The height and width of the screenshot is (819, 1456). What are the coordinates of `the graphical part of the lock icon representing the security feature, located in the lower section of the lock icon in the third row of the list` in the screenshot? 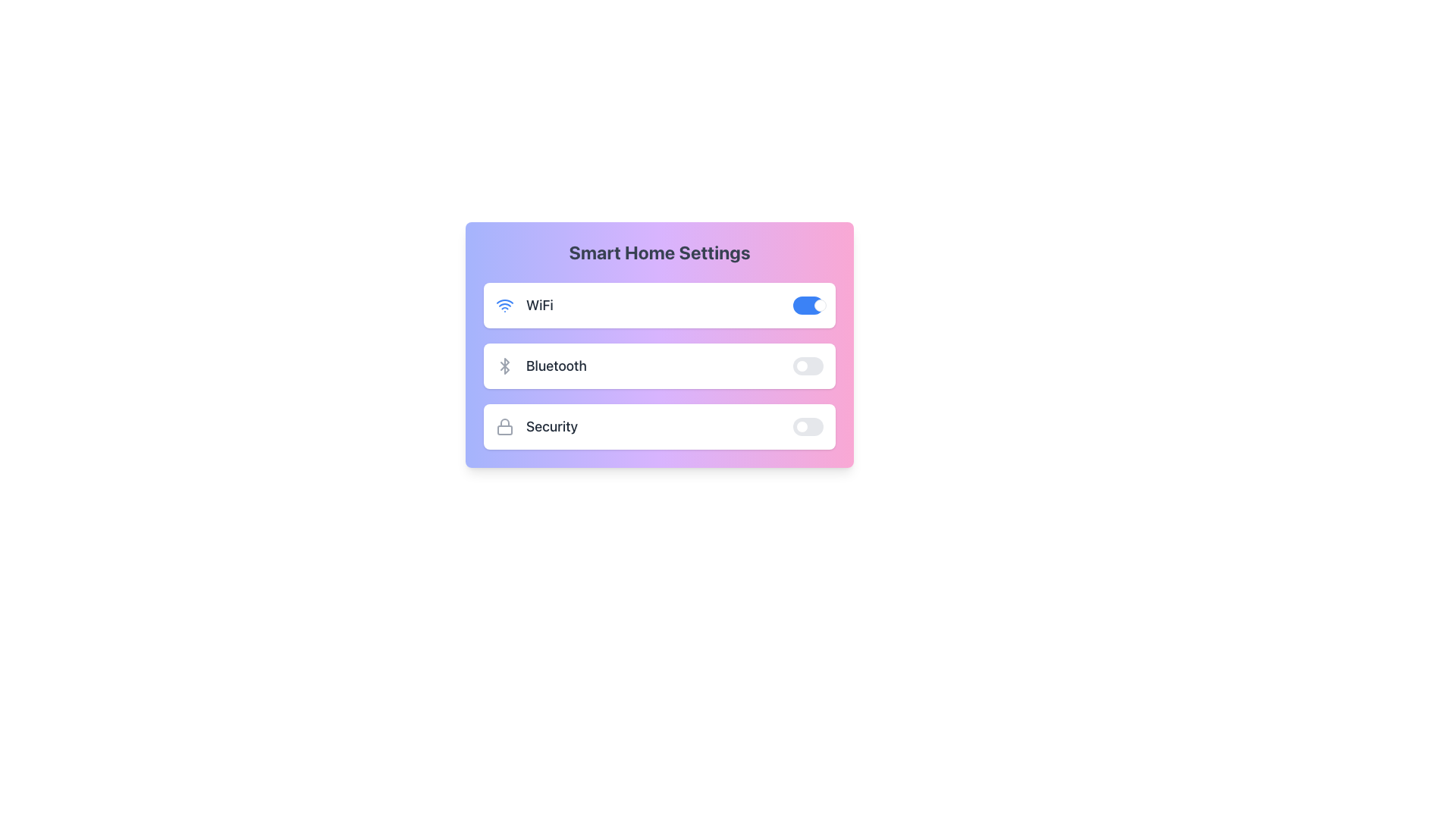 It's located at (505, 430).